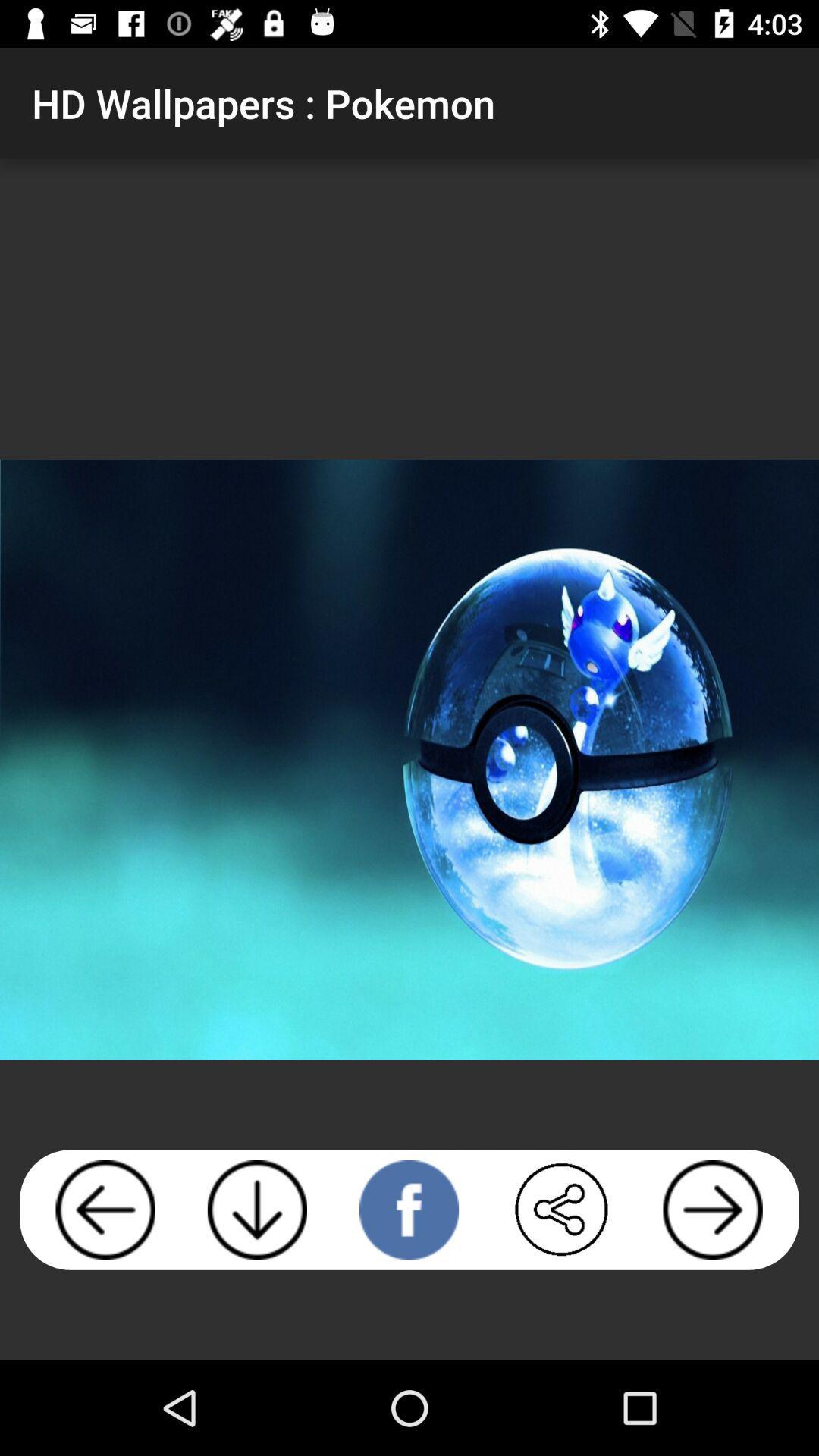 This screenshot has height=1456, width=819. I want to click on the facebook icon, so click(408, 1209).